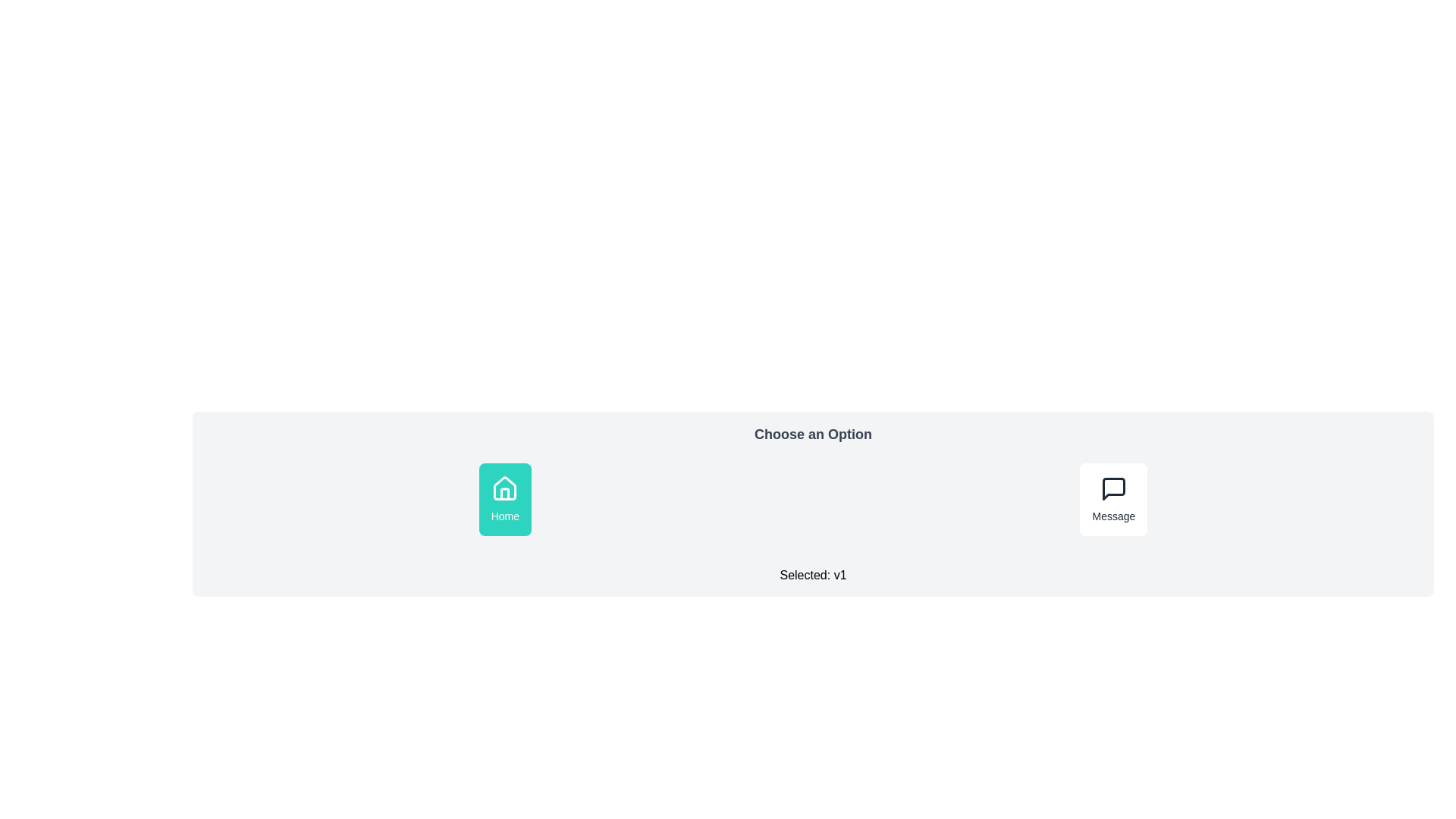 Image resolution: width=1456 pixels, height=819 pixels. I want to click on the 'Home' button located at the leftmost position in the button row, so click(505, 500).